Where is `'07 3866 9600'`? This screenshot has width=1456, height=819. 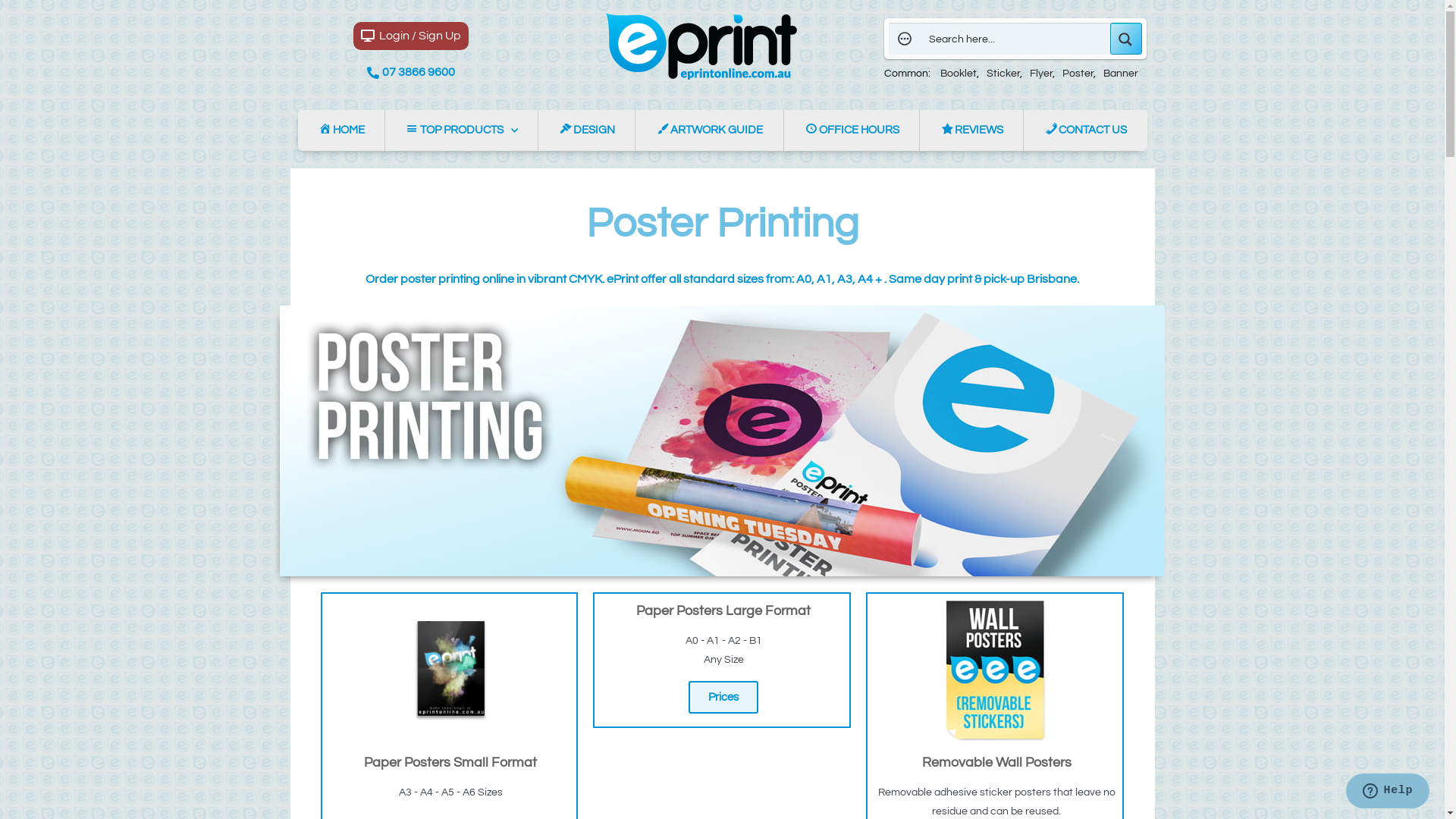
'07 3866 9600' is located at coordinates (411, 73).